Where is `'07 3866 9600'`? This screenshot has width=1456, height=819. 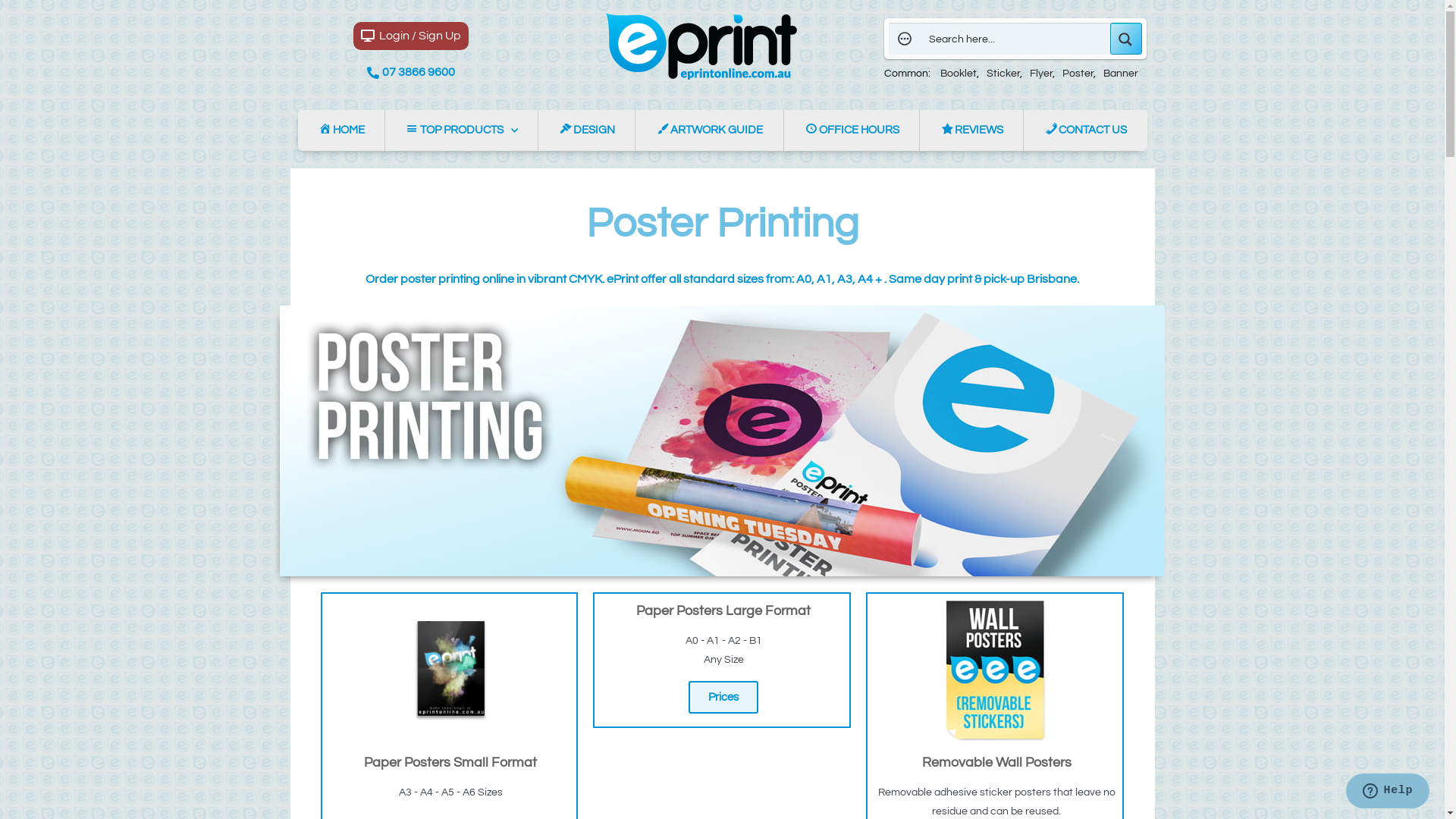
'07 3866 9600' is located at coordinates (411, 73).